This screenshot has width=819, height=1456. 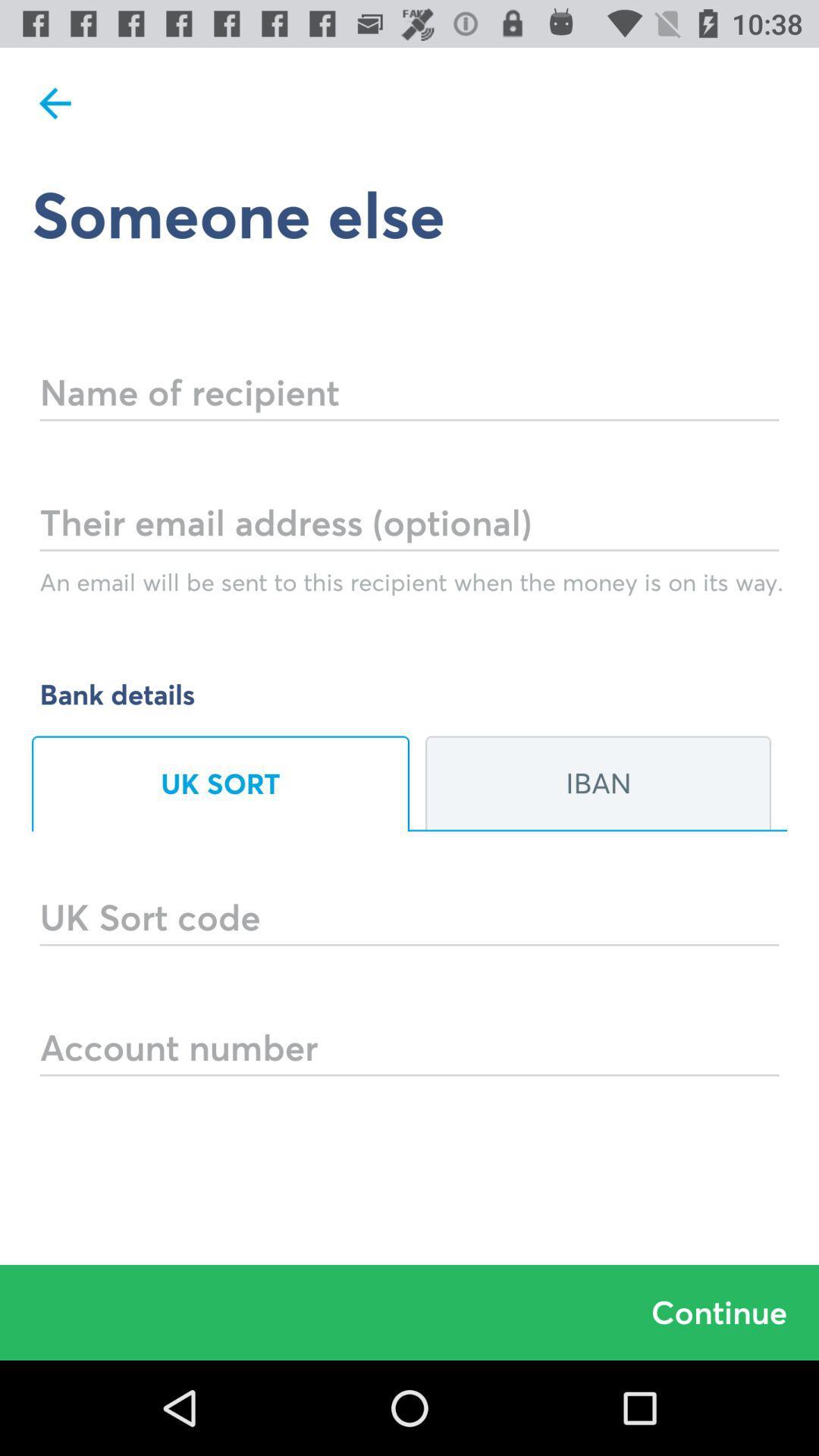 What do you see at coordinates (598, 783) in the screenshot?
I see `the iban` at bounding box center [598, 783].